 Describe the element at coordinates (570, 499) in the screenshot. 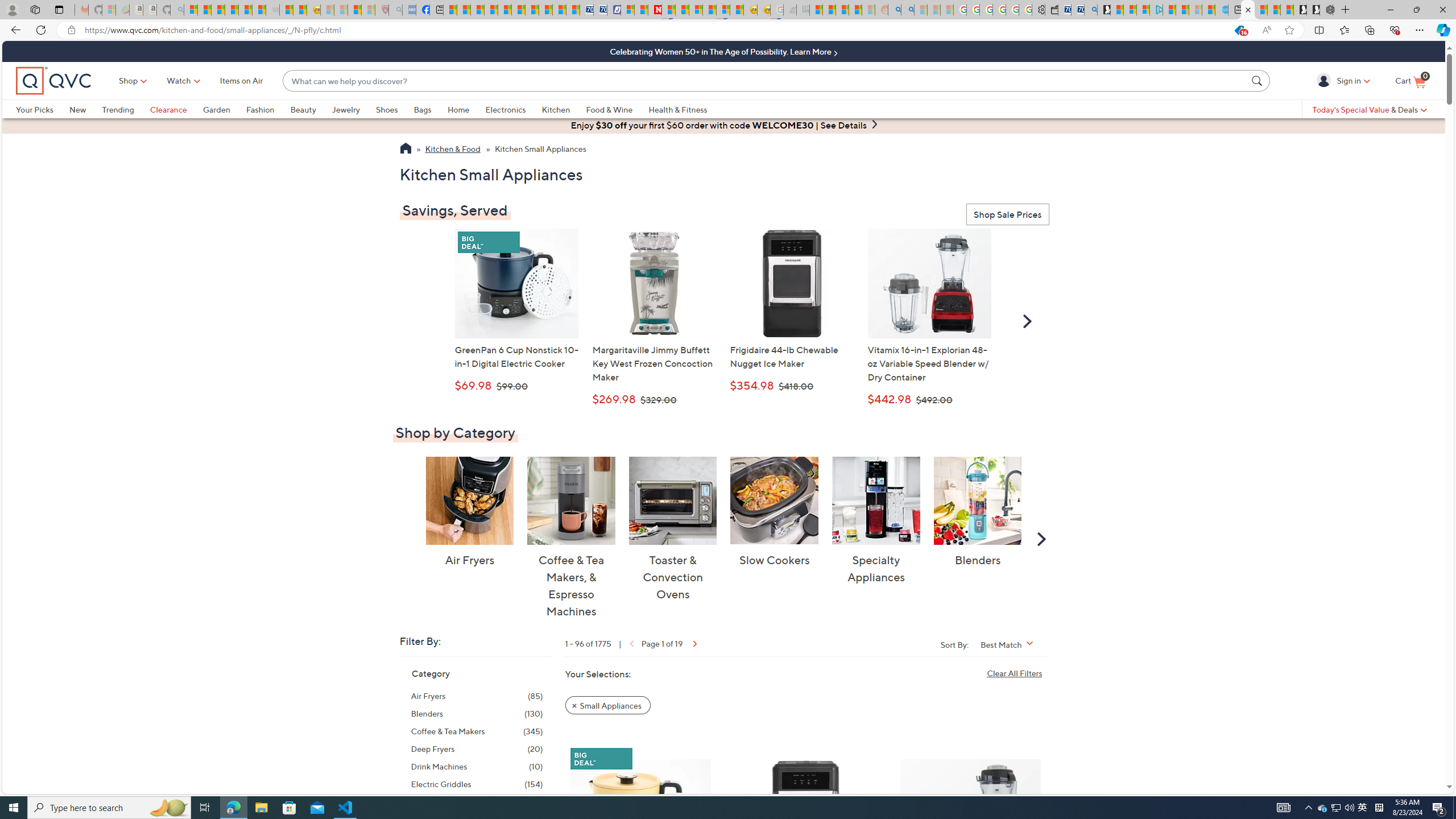

I see `'Coffee & Tea Makers, & Espresso Machines'` at that location.